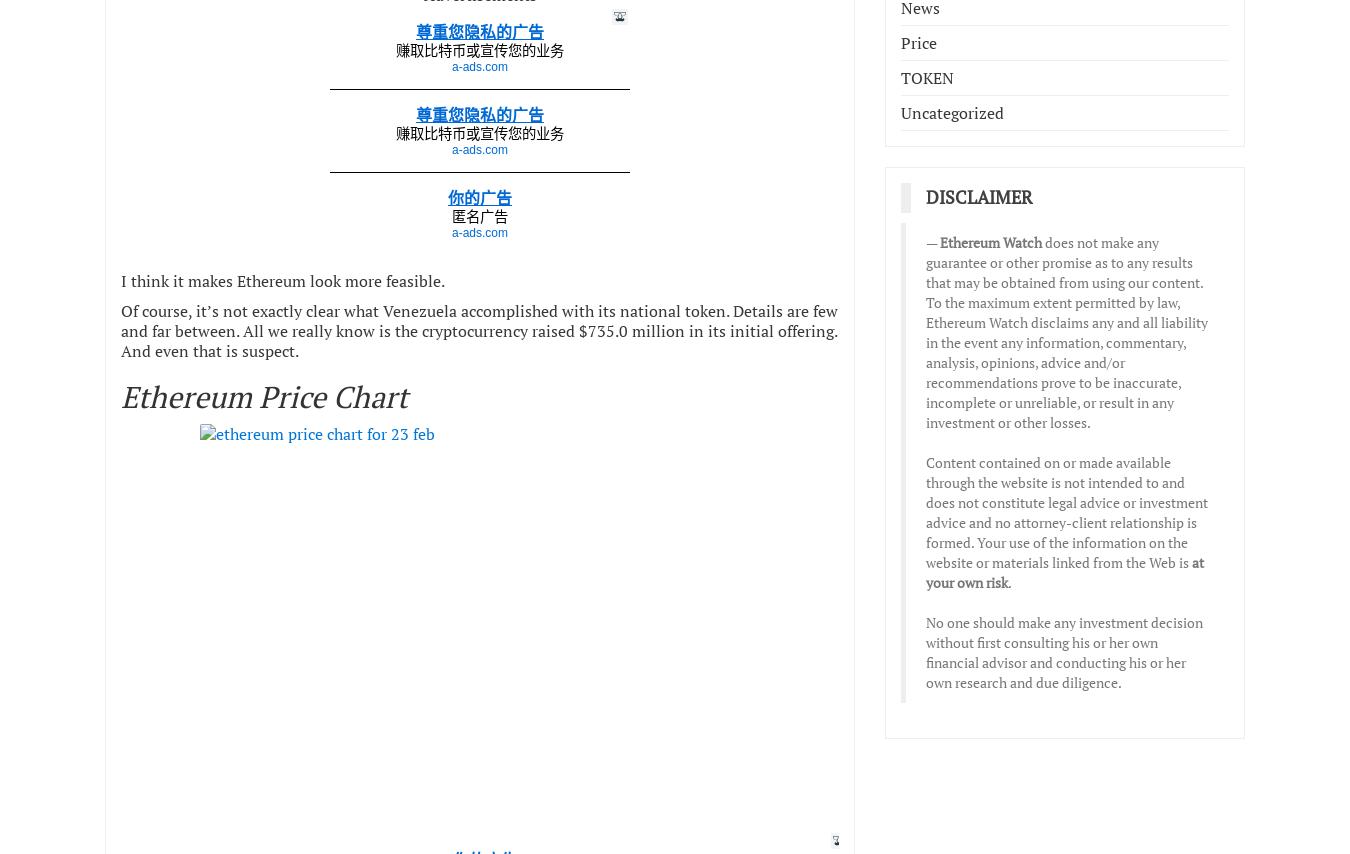 This screenshot has width=1350, height=854. What do you see at coordinates (924, 510) in the screenshot?
I see `'Content contained on or made available through the website is not intended to and does not constitute legal advice or investment advice and no attorney-client relationship is formed. Your use of the information on the website or materials linked from the Web is'` at bounding box center [924, 510].